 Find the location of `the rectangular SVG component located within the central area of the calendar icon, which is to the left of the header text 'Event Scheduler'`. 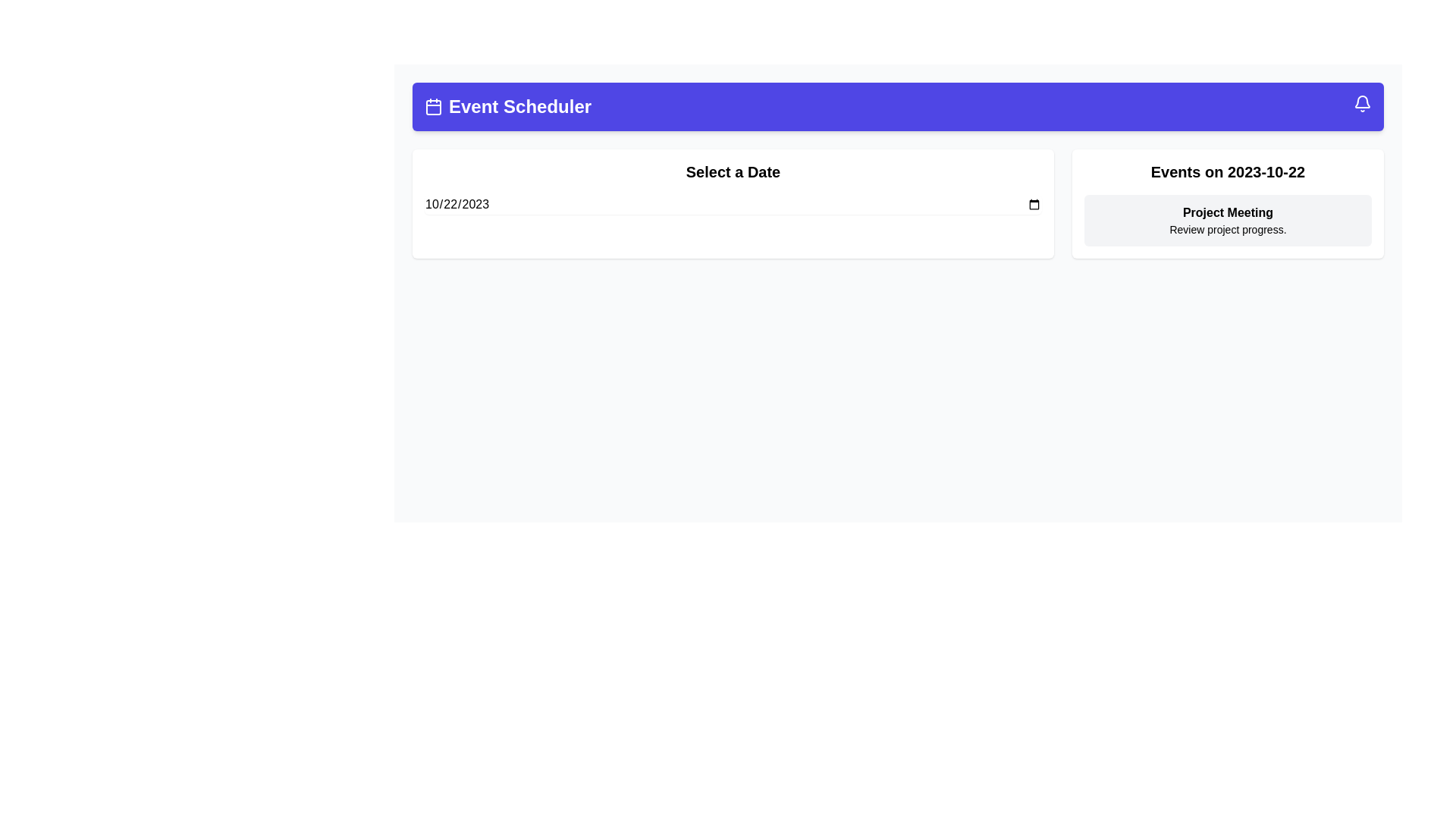

the rectangular SVG component located within the central area of the calendar icon, which is to the left of the header text 'Event Scheduler' is located at coordinates (432, 107).